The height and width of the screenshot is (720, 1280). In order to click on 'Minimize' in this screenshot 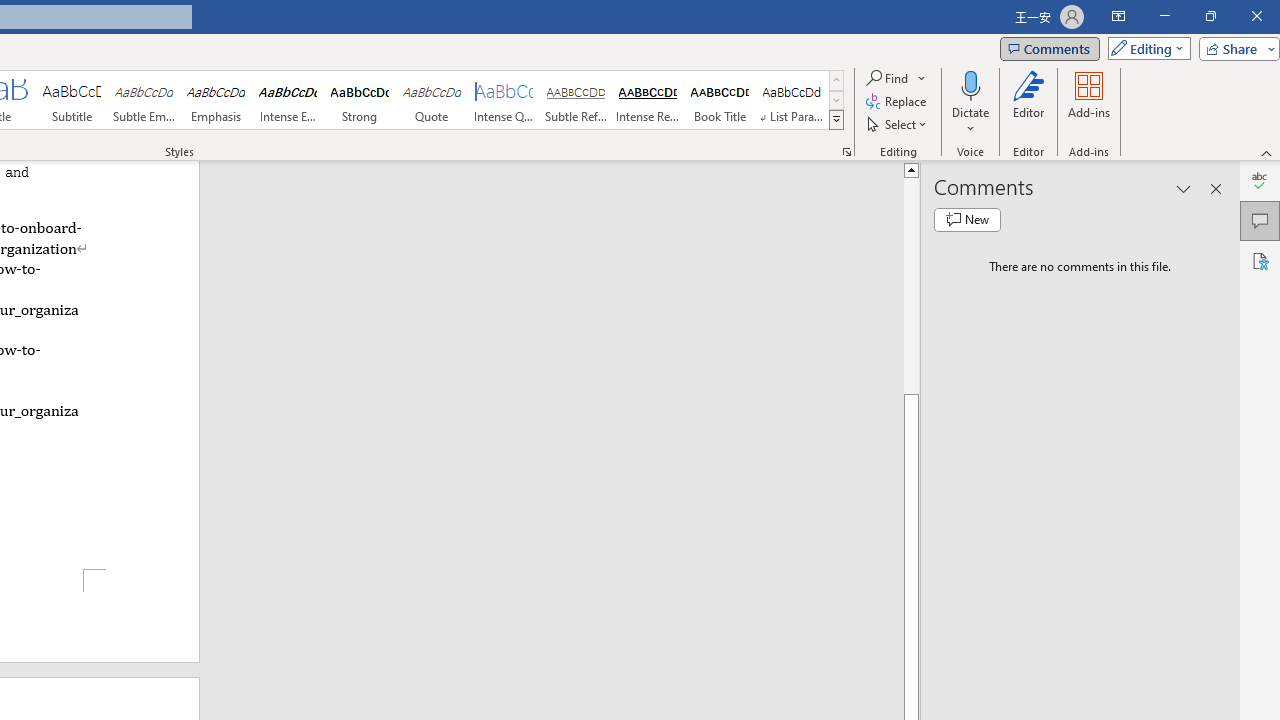, I will do `click(1164, 16)`.